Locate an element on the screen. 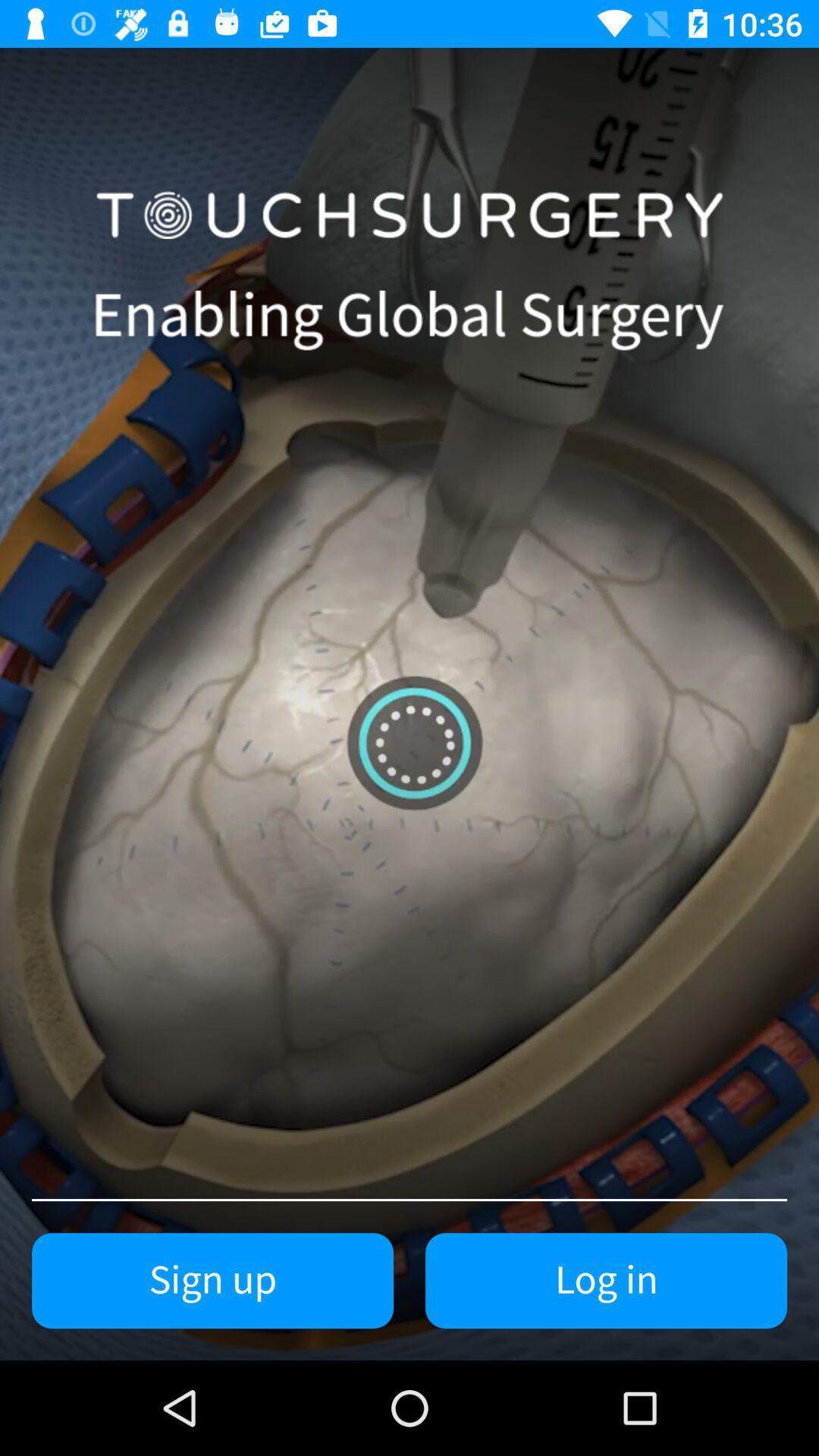  log in is located at coordinates (605, 1280).